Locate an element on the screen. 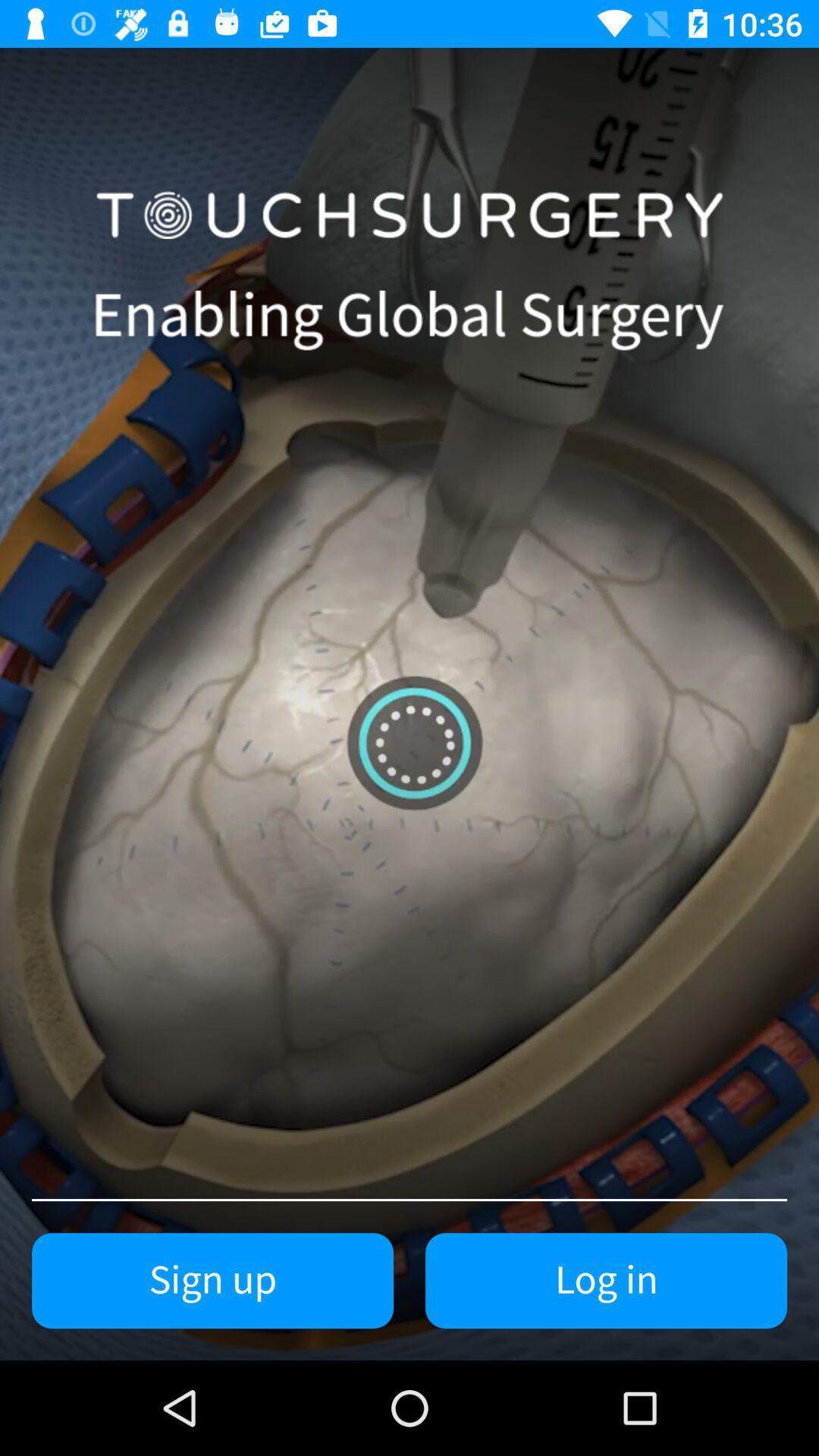  log in is located at coordinates (605, 1280).